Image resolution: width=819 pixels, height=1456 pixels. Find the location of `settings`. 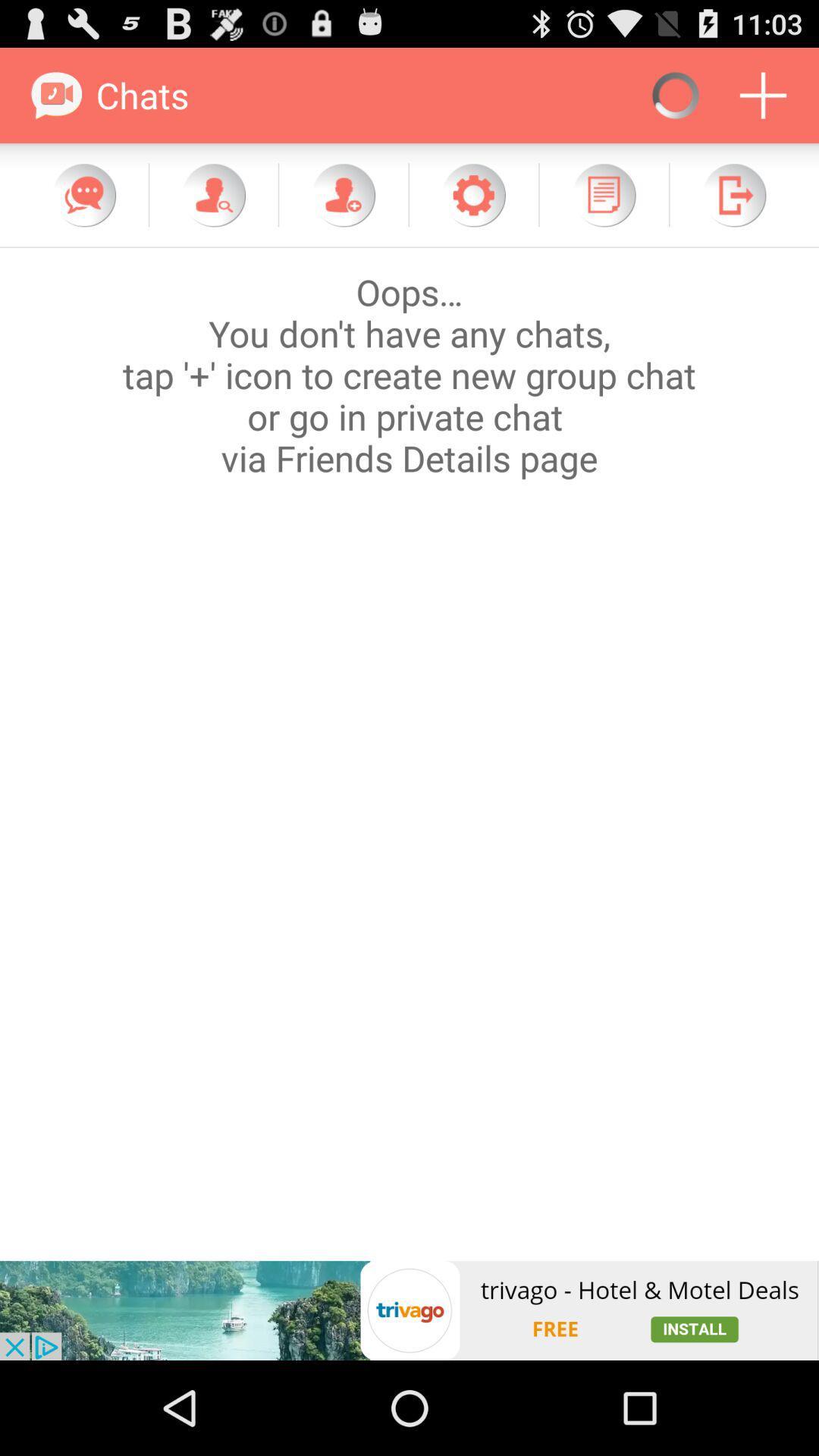

settings is located at coordinates (472, 194).